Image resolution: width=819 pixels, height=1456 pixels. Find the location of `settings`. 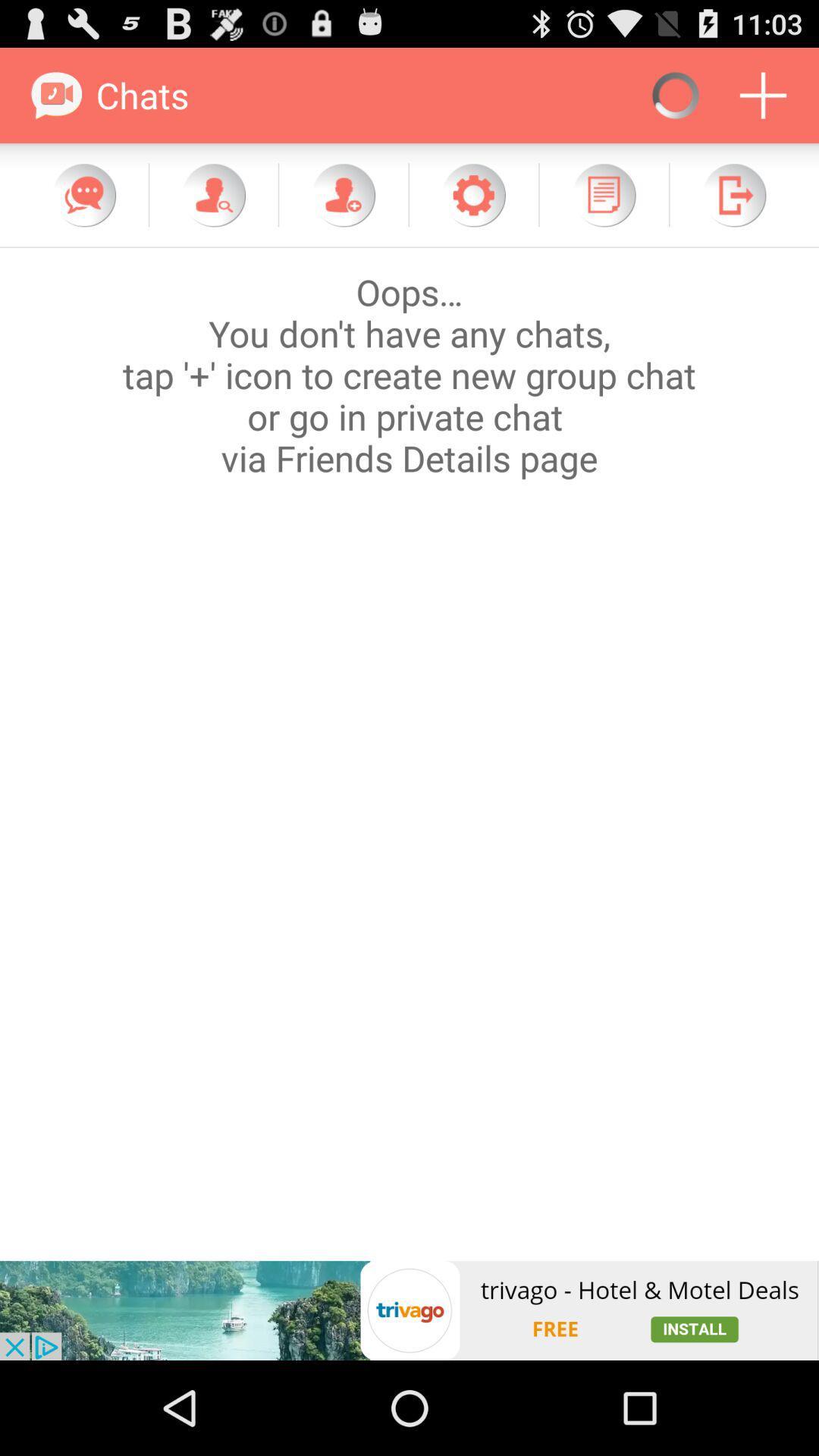

settings is located at coordinates (472, 194).